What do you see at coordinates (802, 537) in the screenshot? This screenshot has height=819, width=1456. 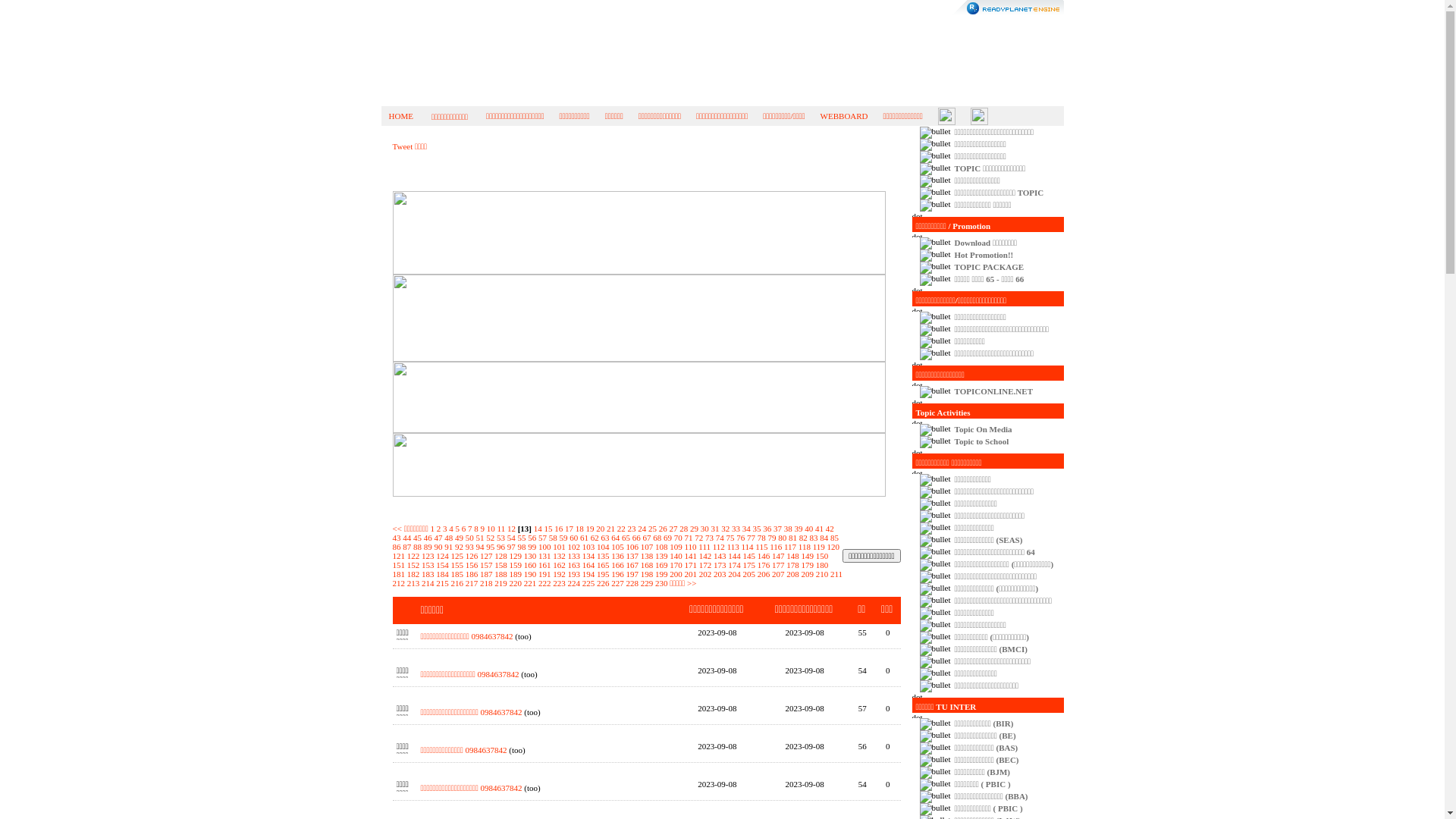 I see `'82'` at bounding box center [802, 537].